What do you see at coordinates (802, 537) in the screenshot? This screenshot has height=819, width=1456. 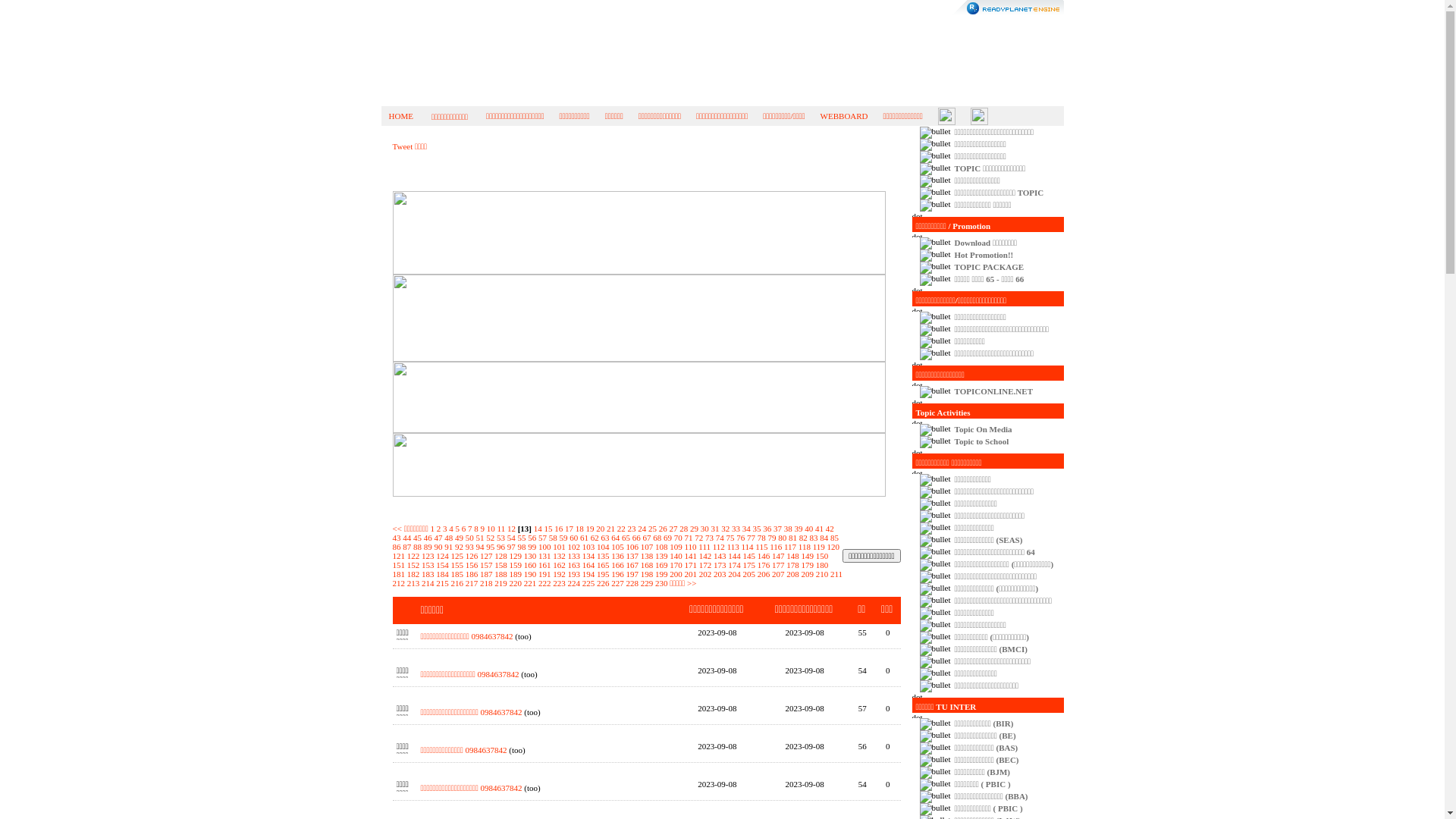 I see `'82'` at bounding box center [802, 537].